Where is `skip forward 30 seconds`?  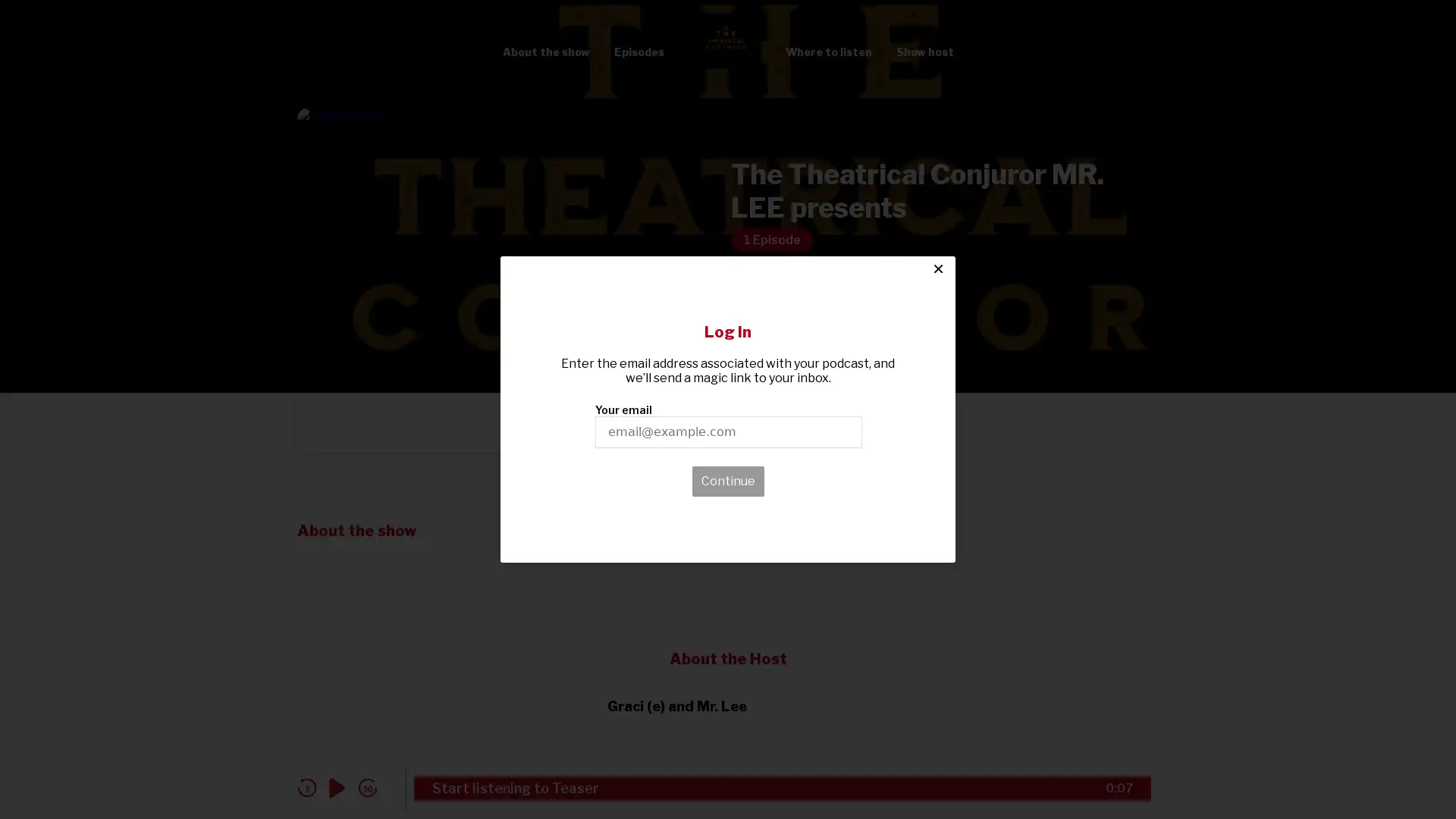 skip forward 30 seconds is located at coordinates (367, 787).